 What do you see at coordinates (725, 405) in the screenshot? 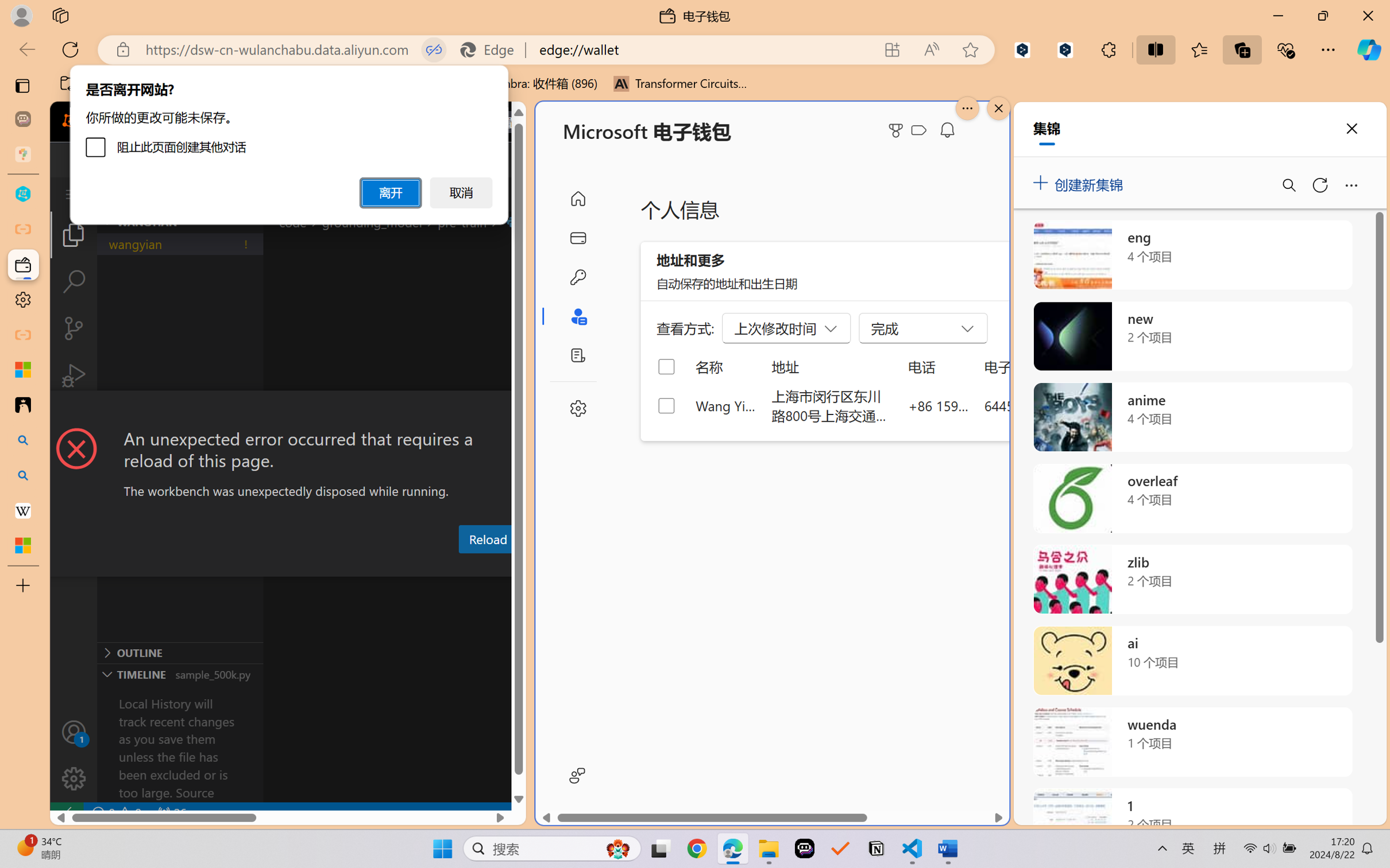
I see `'Wang Yian'` at bounding box center [725, 405].